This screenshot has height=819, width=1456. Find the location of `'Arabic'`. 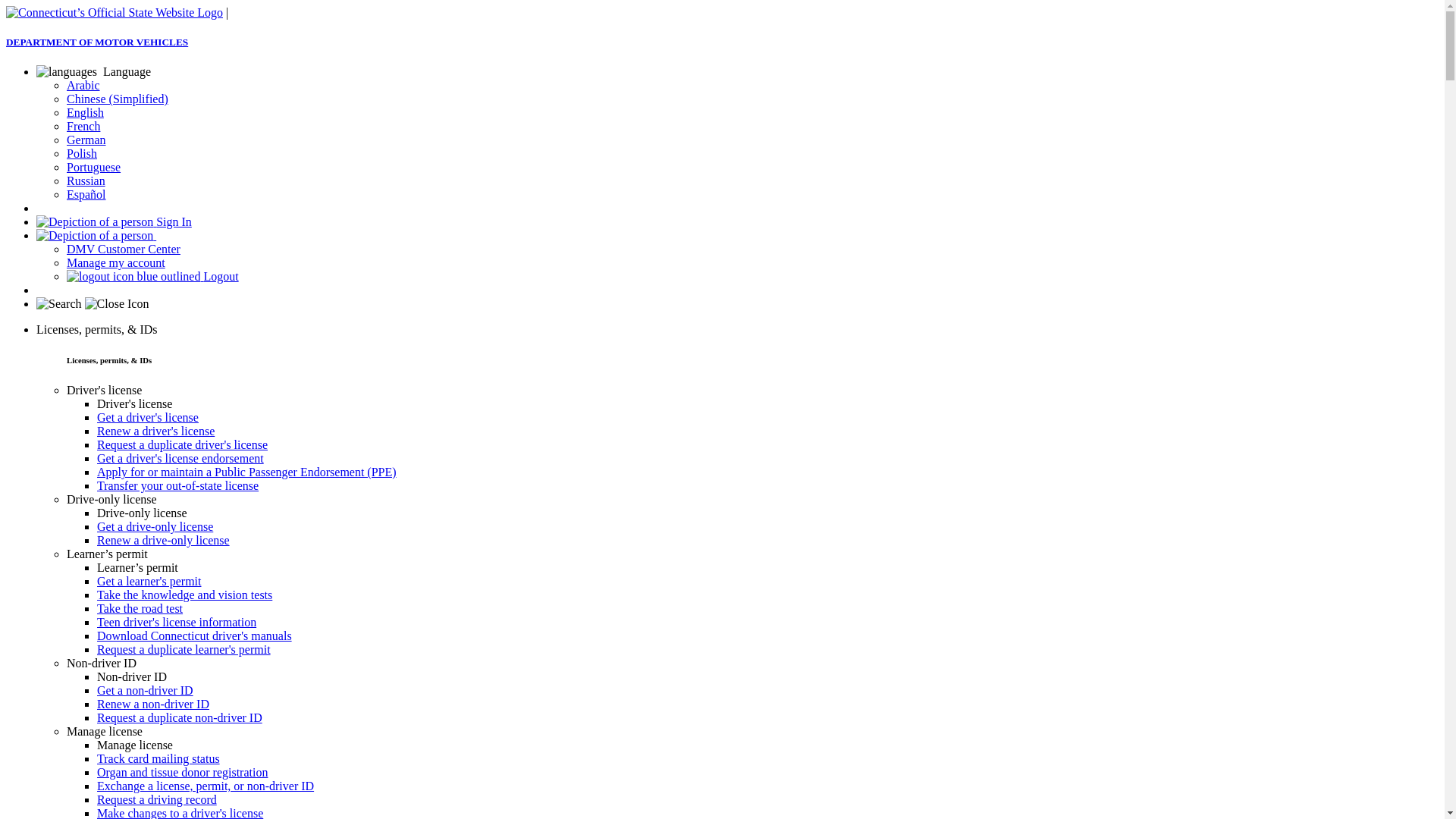

'Arabic' is located at coordinates (83, 85).